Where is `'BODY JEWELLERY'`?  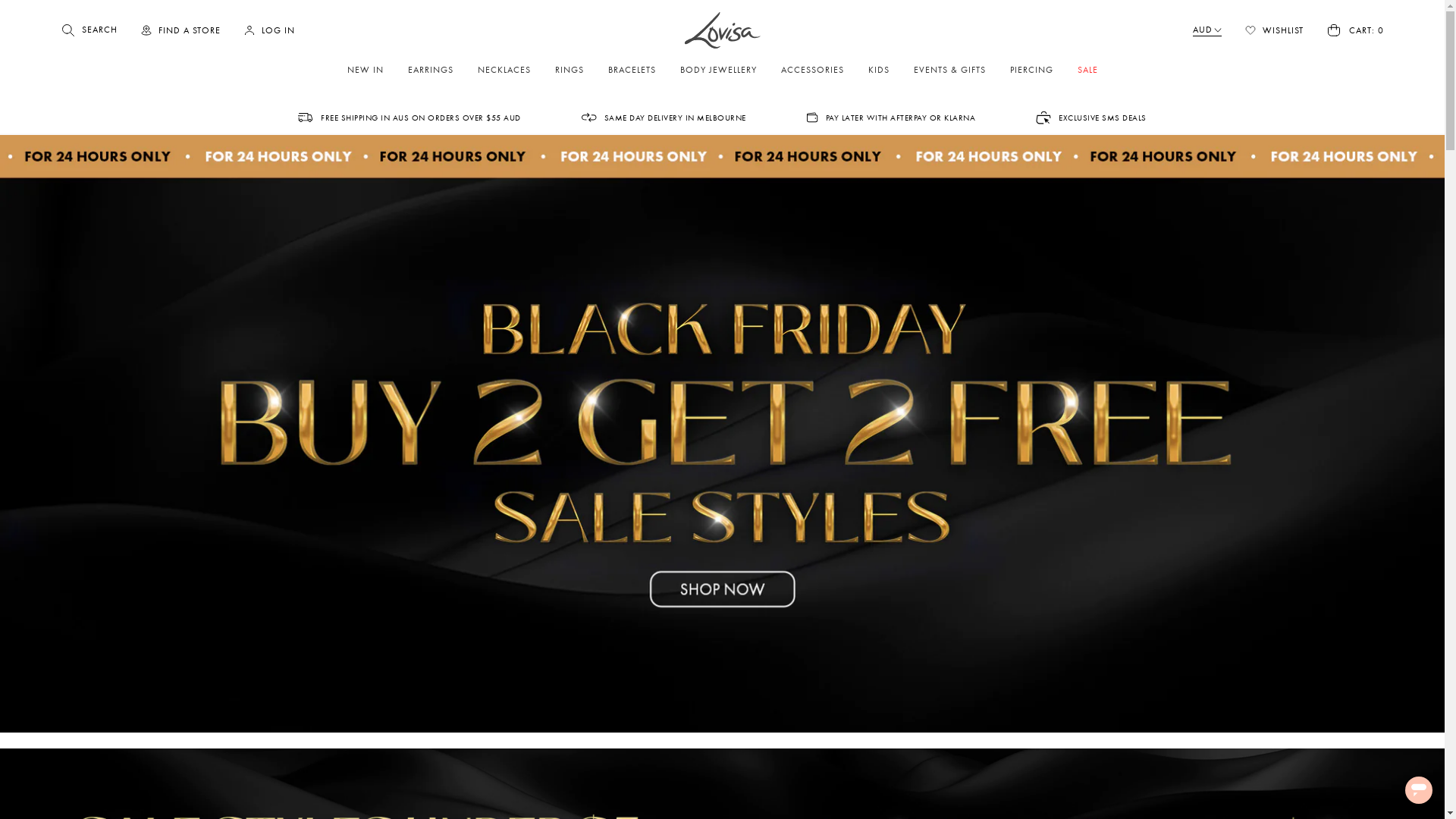
'BODY JEWELLERY' is located at coordinates (717, 70).